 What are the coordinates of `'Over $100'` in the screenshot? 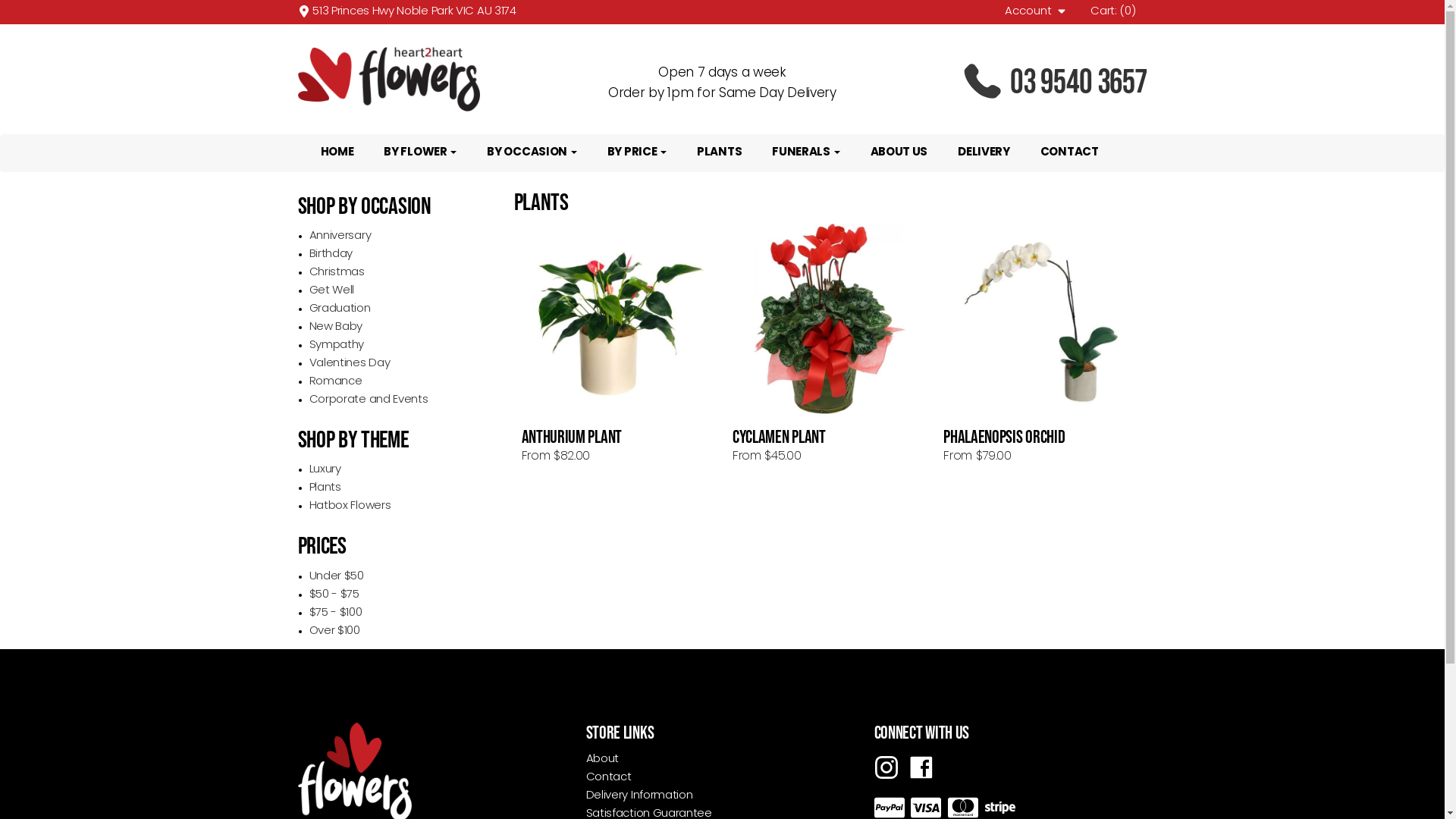 It's located at (334, 631).